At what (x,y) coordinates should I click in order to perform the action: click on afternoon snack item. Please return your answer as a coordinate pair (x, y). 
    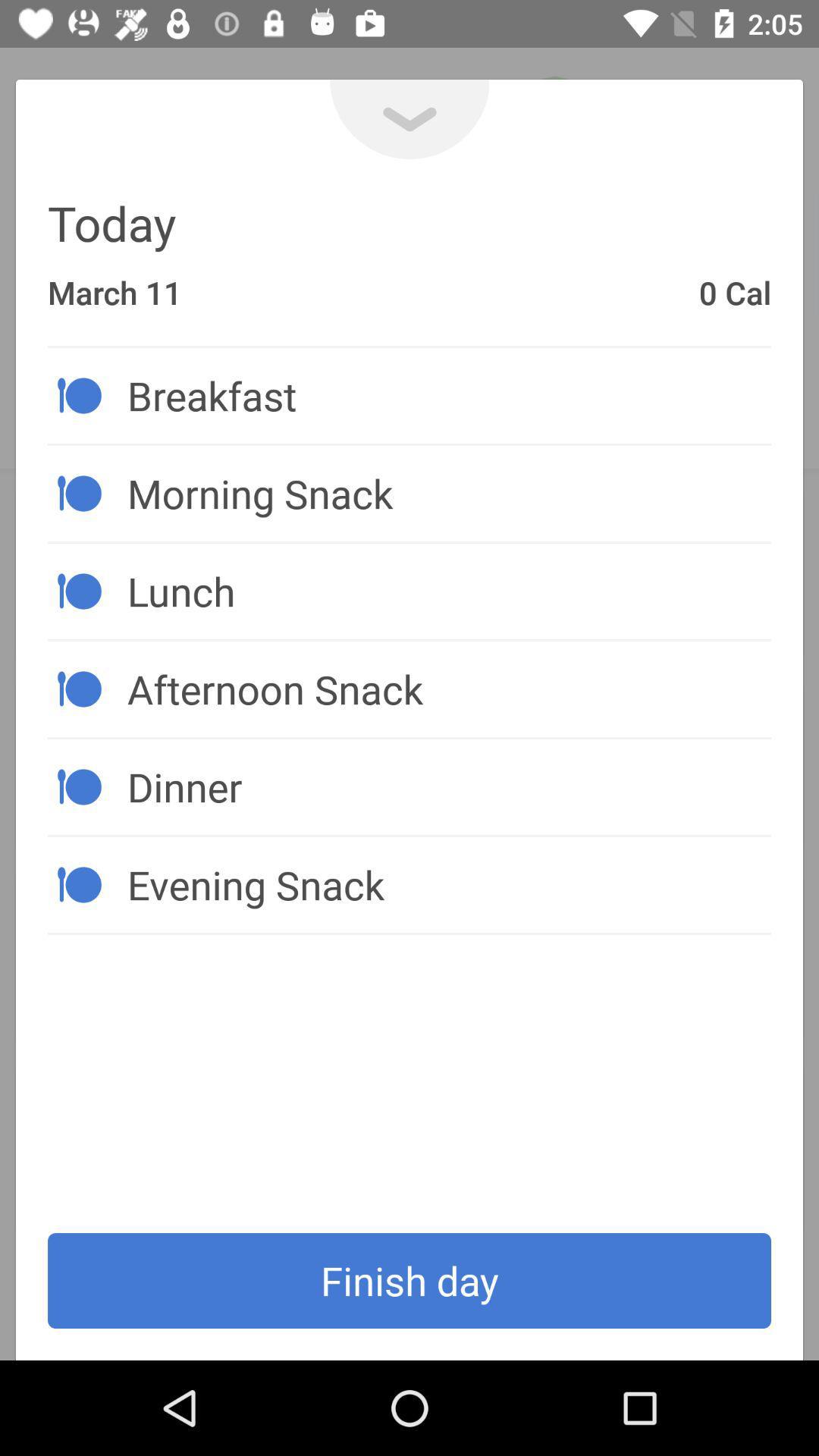
    Looking at the image, I should click on (448, 688).